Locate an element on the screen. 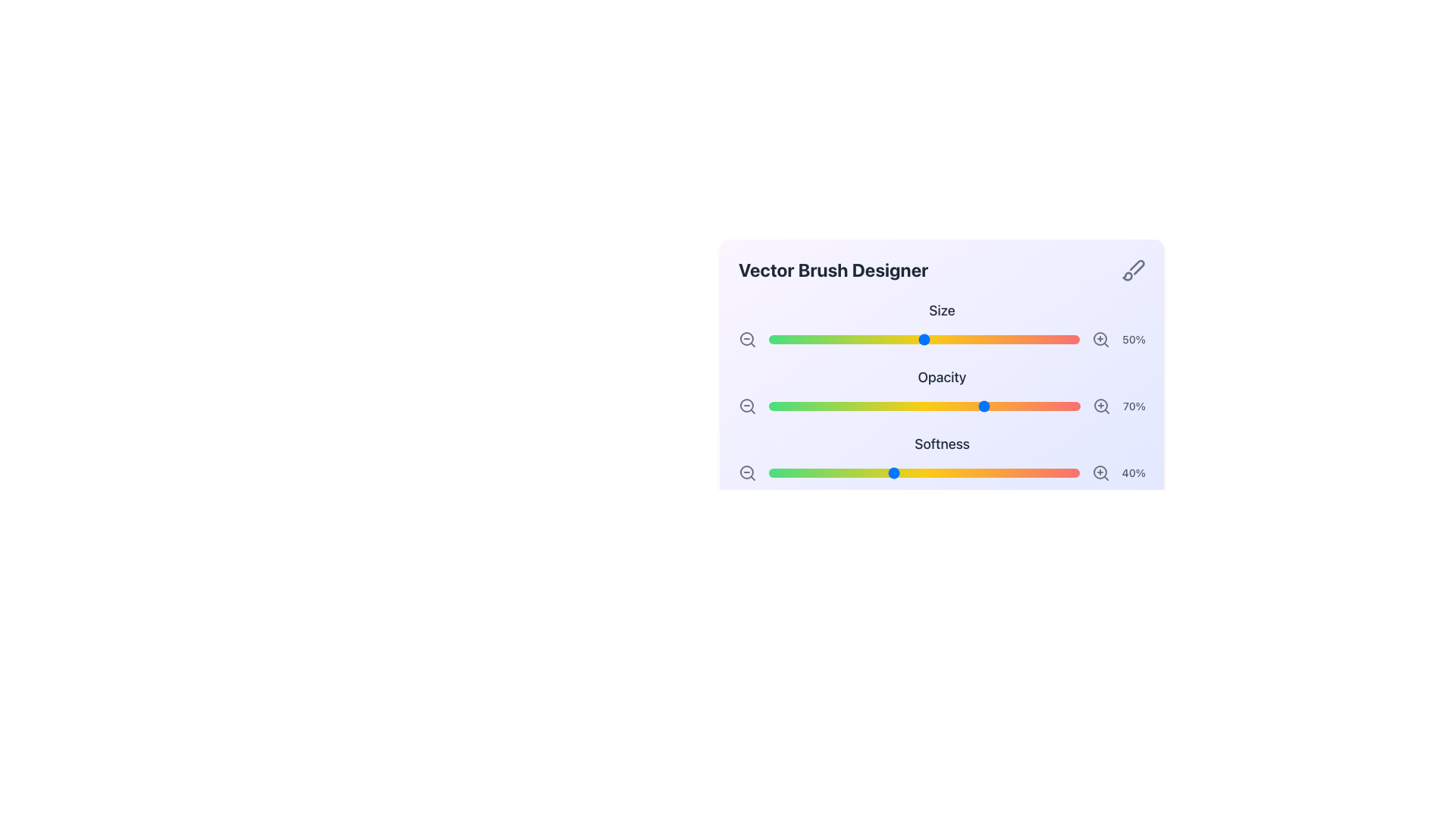  current value (40%) displayed in the Text Indicator located at the far right of the 'Softness' progress bar is located at coordinates (1134, 472).